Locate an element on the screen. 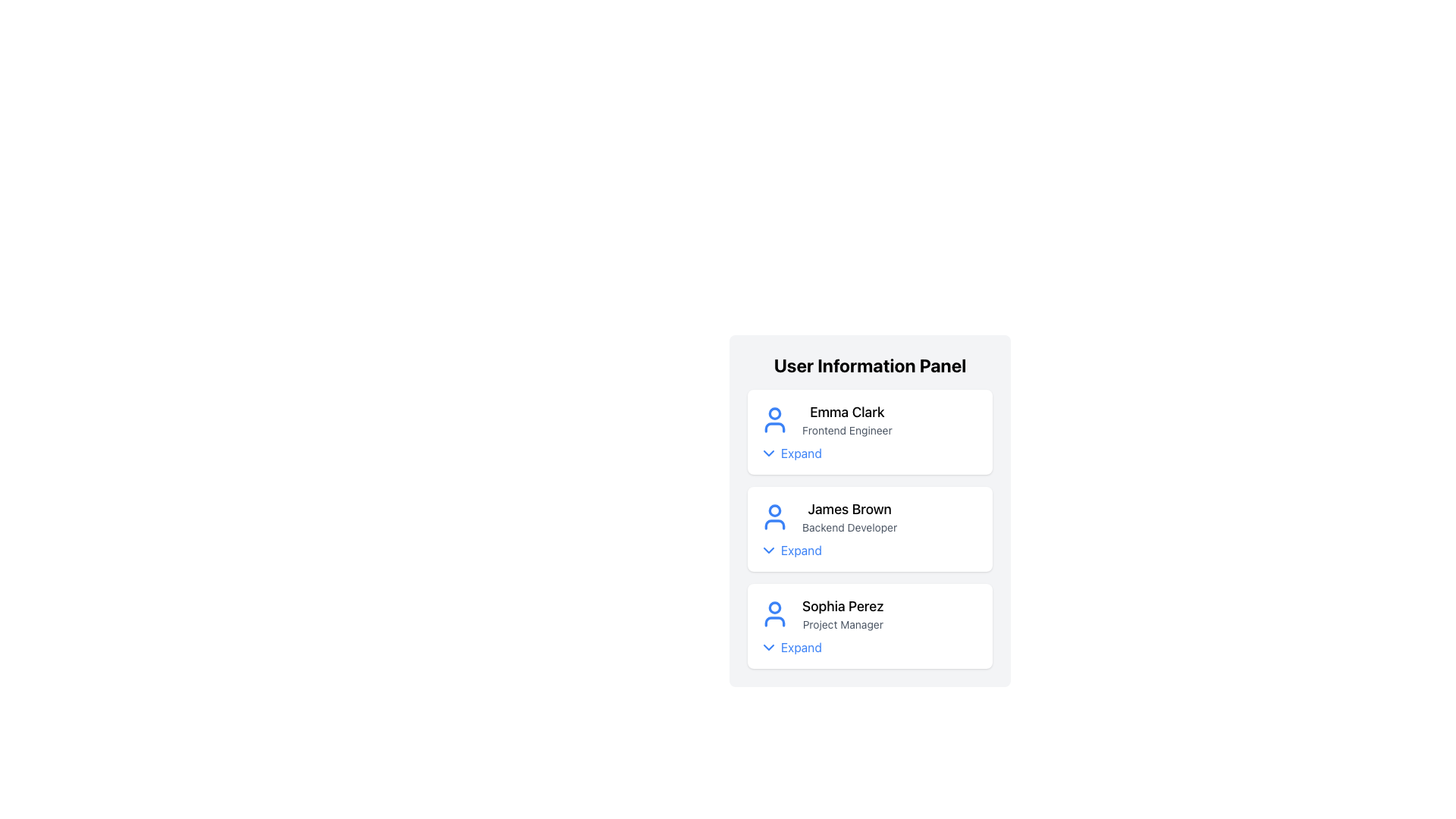 This screenshot has height=819, width=1456. information displayed in the text label identifying 'Sophia Perez' as 'Project Manager' in the third user information block is located at coordinates (842, 614).